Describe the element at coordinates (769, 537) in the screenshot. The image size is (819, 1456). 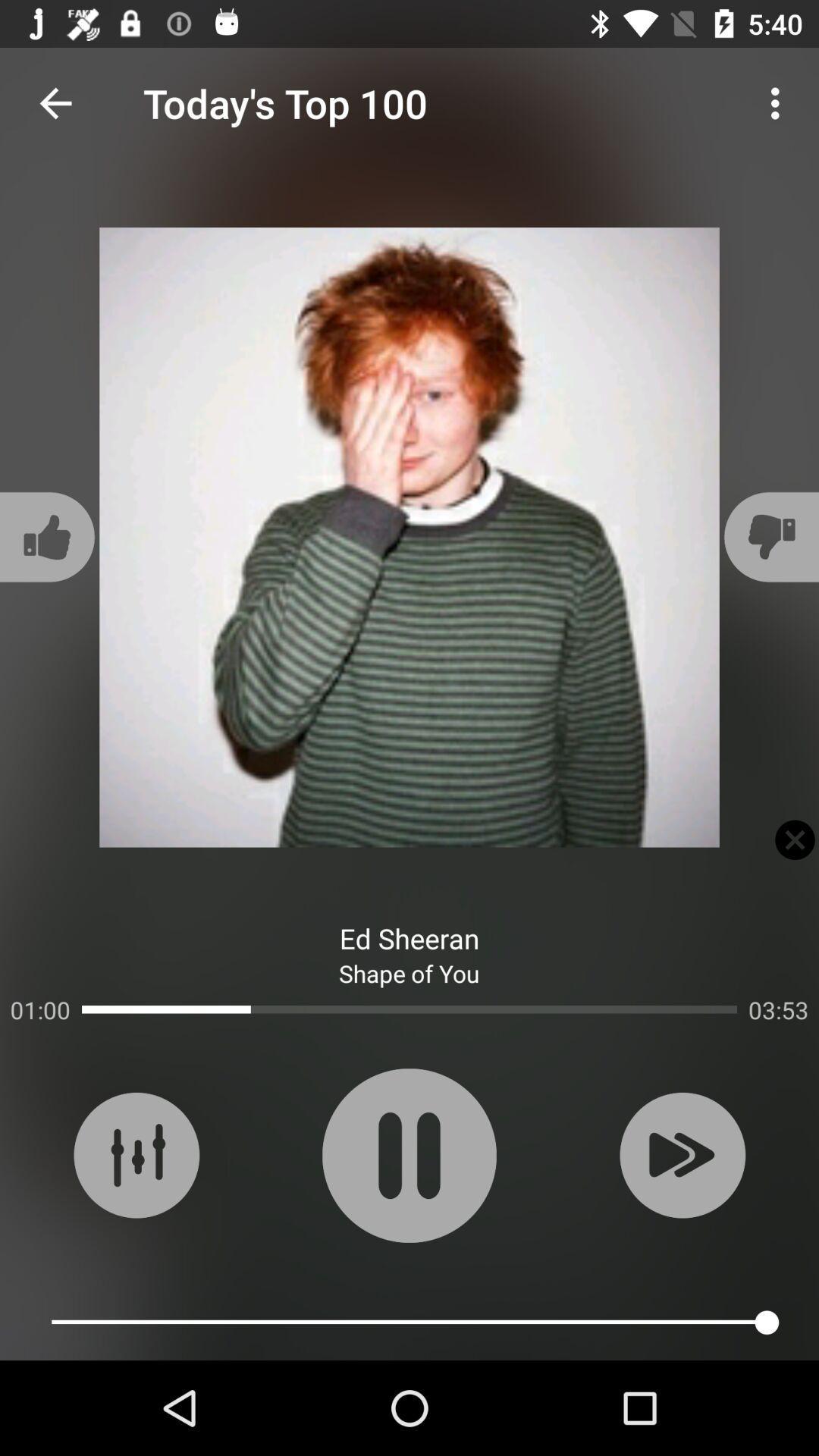
I see `the thumbs_down icon` at that location.